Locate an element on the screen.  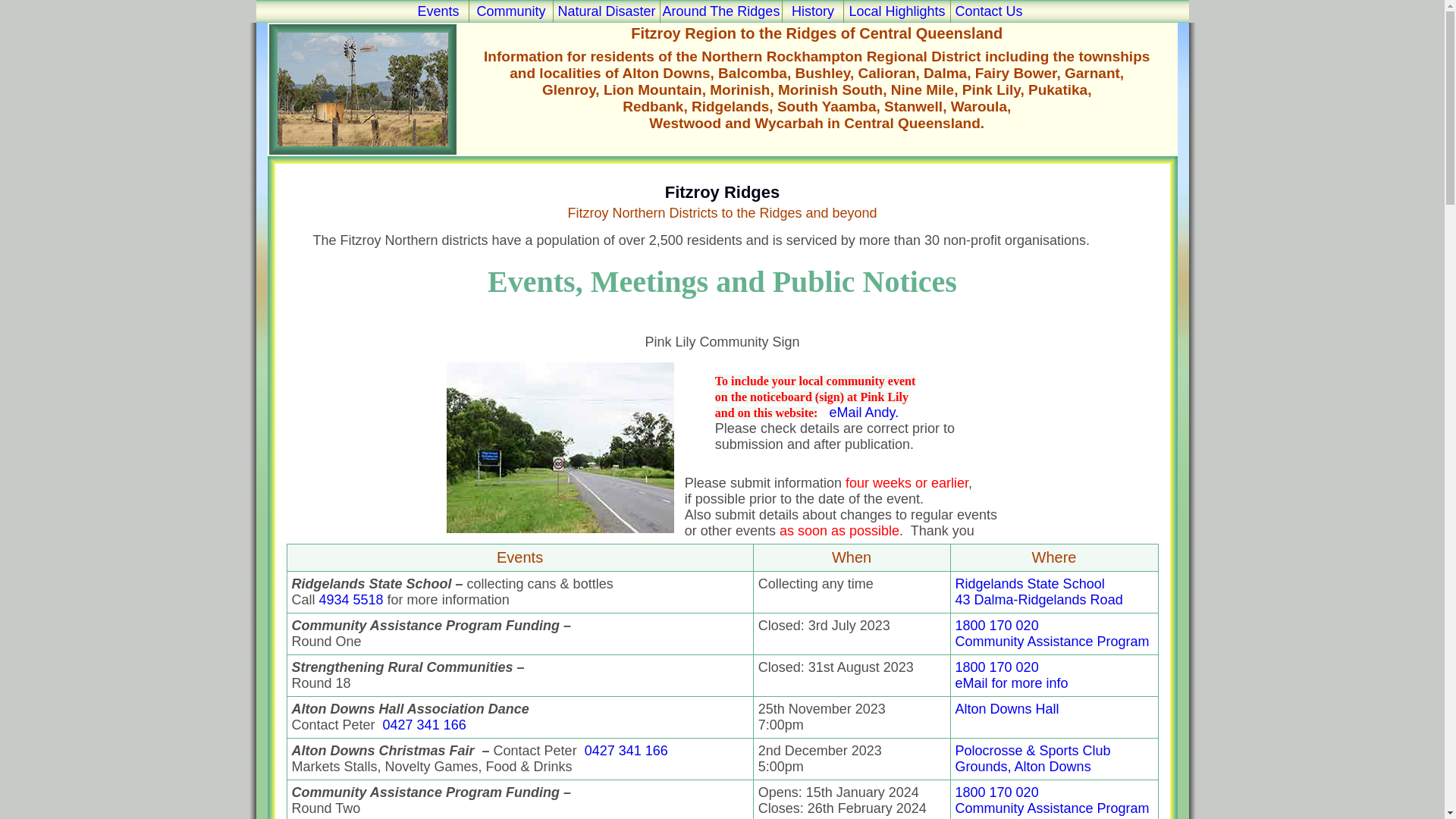
'Community' is located at coordinates (510, 11).